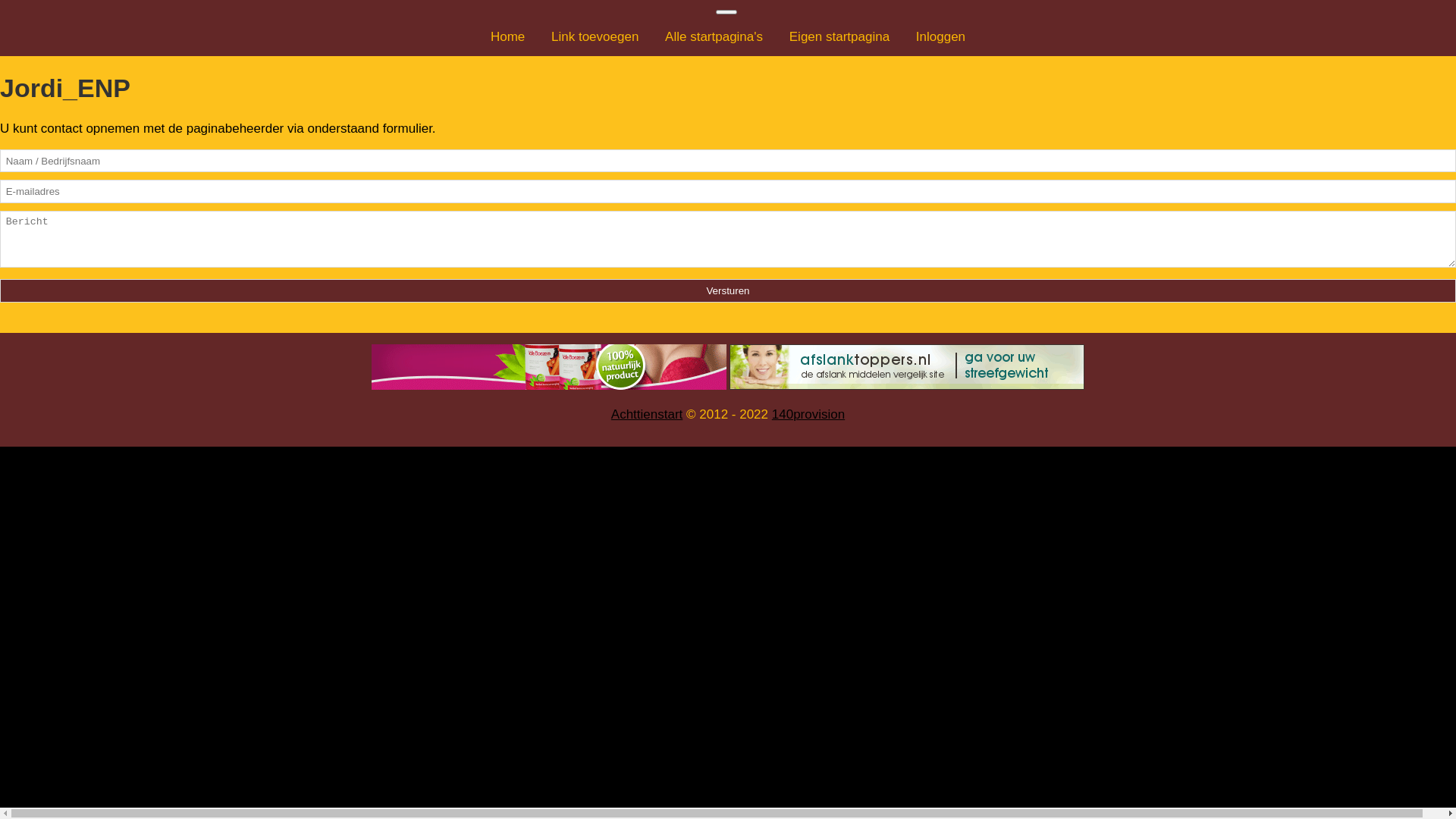 This screenshot has width=1456, height=819. Describe the element at coordinates (807, 414) in the screenshot. I see `'140provision'` at that location.